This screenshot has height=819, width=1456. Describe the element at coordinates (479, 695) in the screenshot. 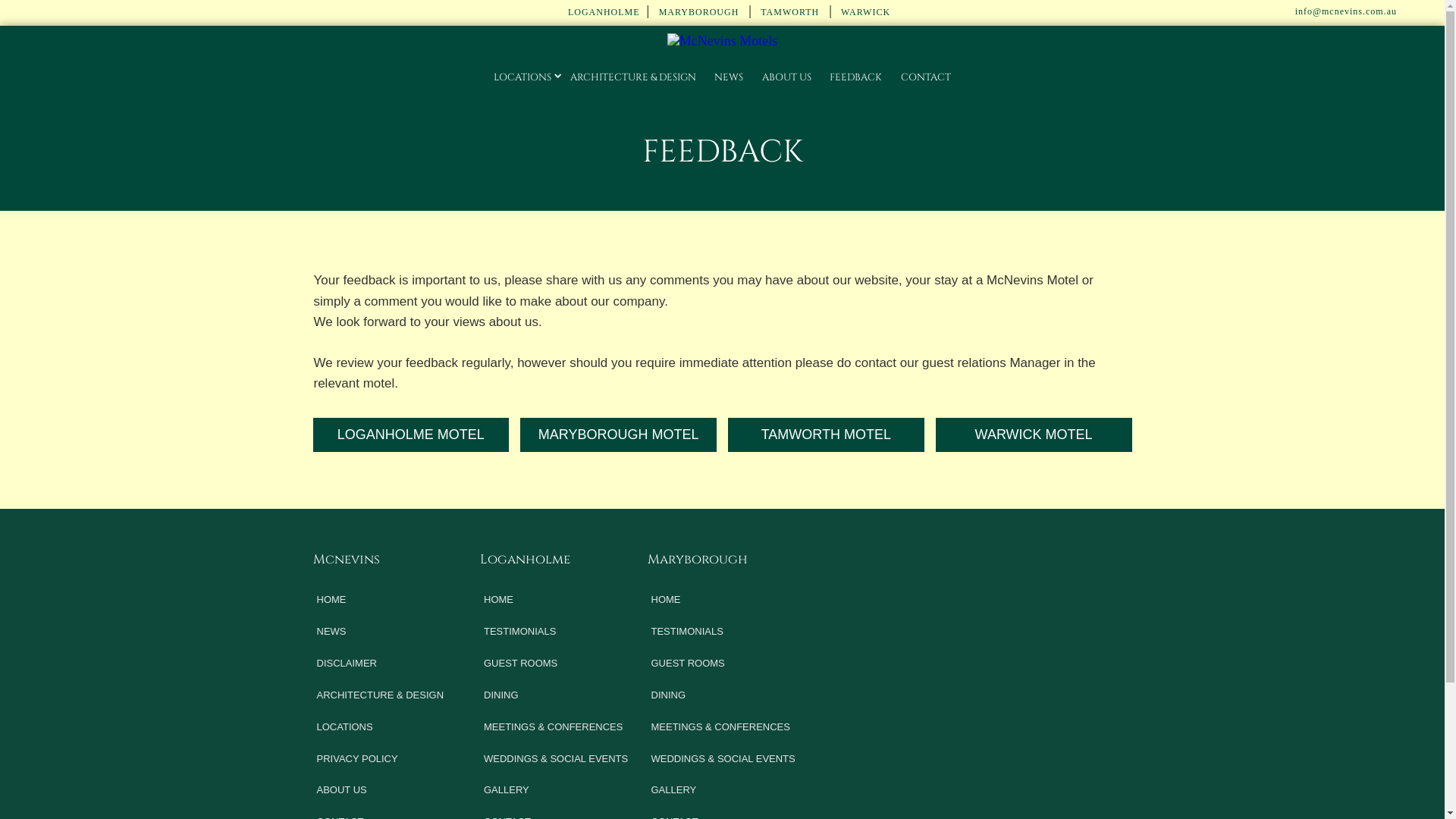

I see `'DINING'` at that location.